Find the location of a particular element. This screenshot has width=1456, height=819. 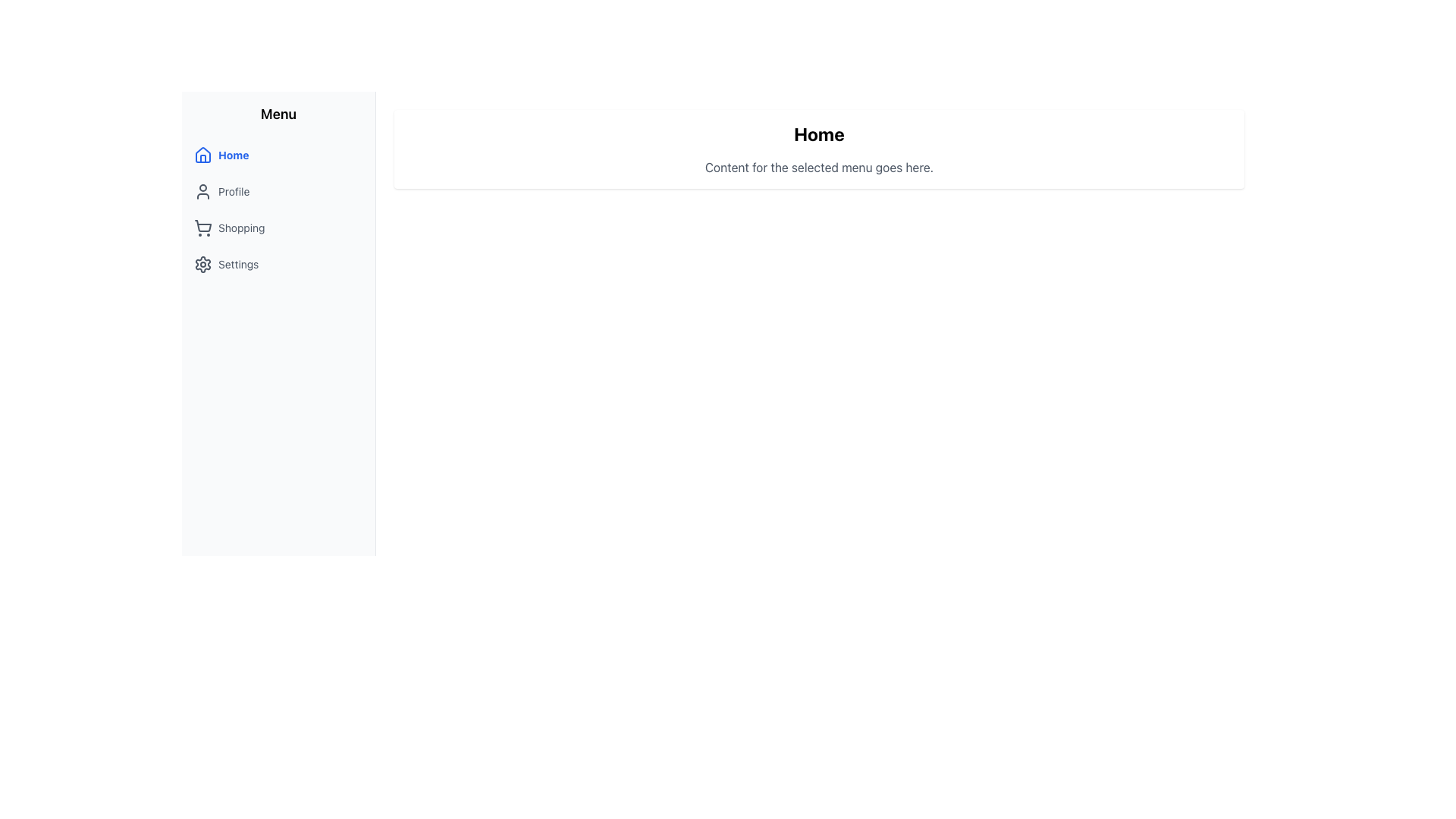

the 'Home' icon in the sidebar menu is located at coordinates (202, 155).